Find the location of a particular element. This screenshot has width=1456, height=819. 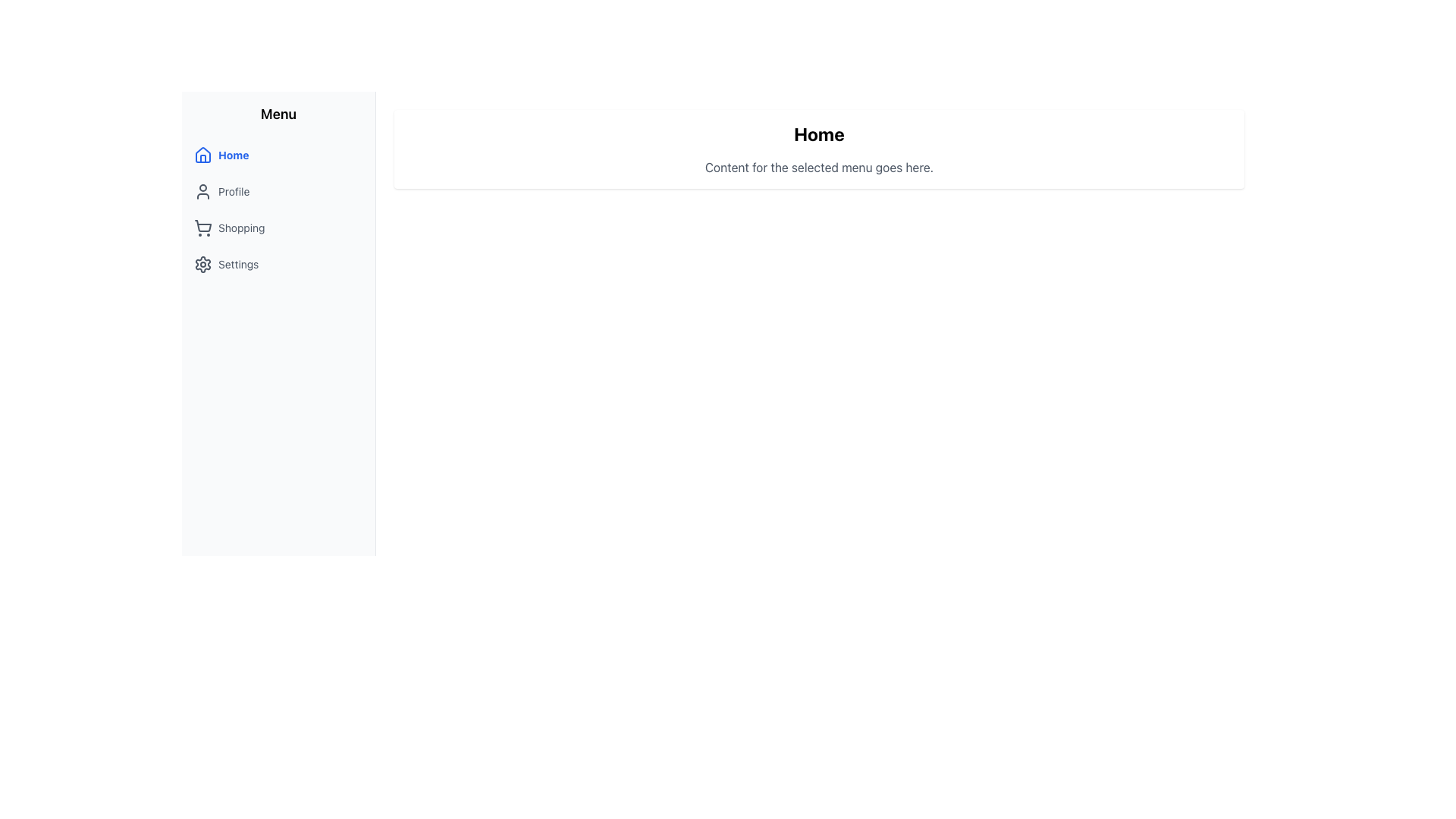

the 'Home' icon in the sidebar menu is located at coordinates (202, 155).